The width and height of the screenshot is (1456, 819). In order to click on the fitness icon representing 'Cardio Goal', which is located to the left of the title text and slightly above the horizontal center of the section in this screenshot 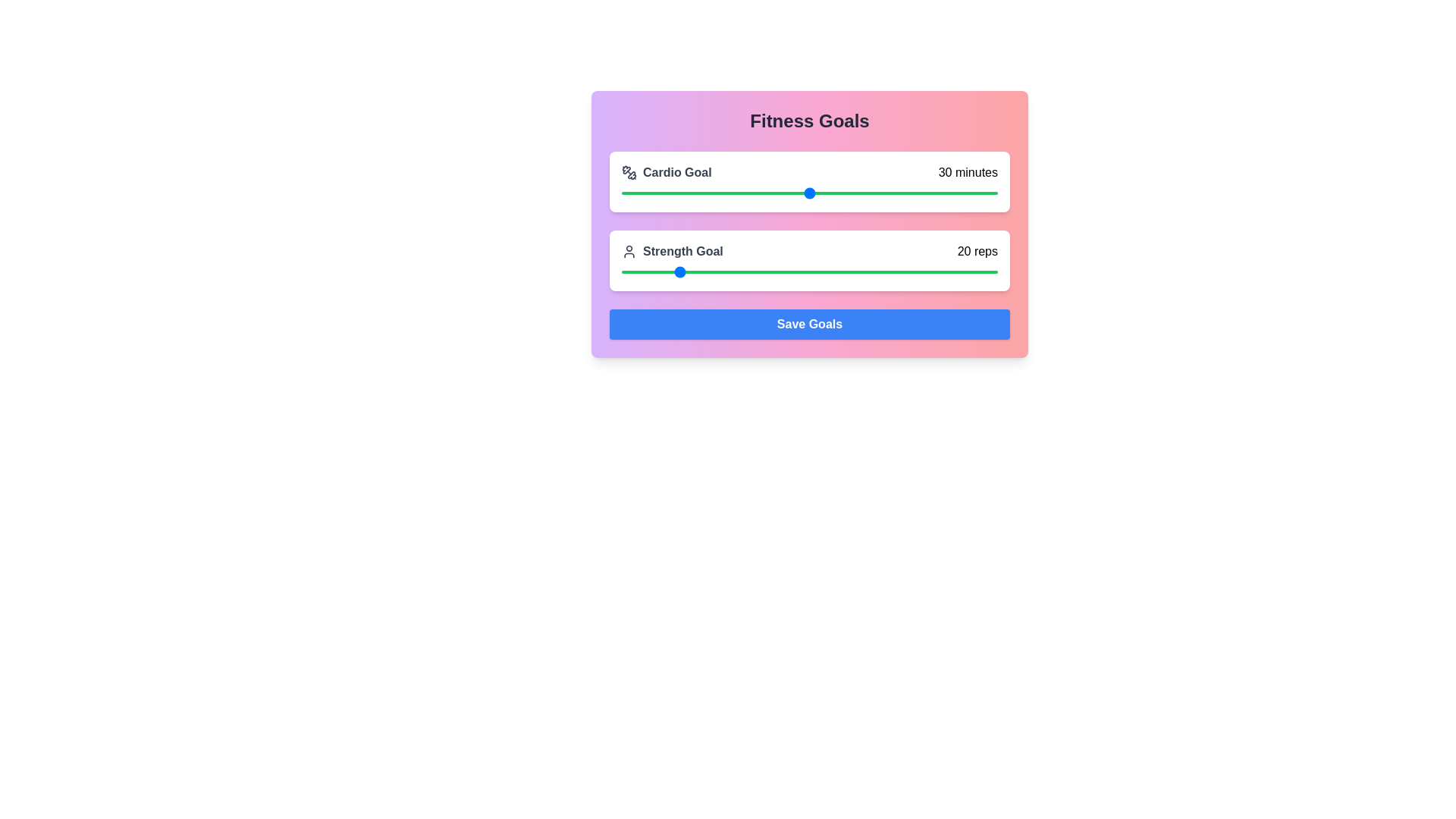, I will do `click(629, 171)`.